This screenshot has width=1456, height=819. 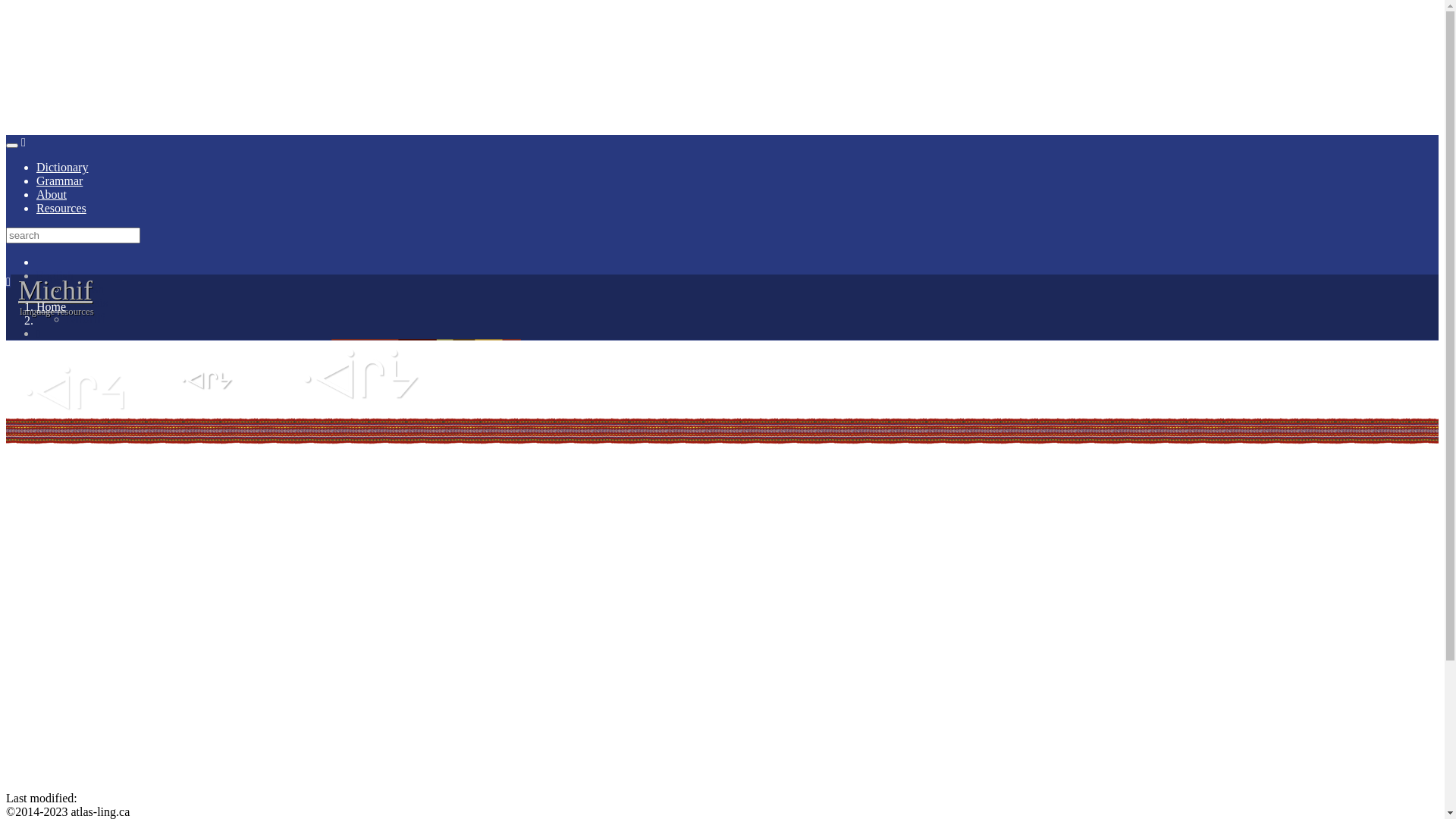 I want to click on 'Michif', so click(x=55, y=290).